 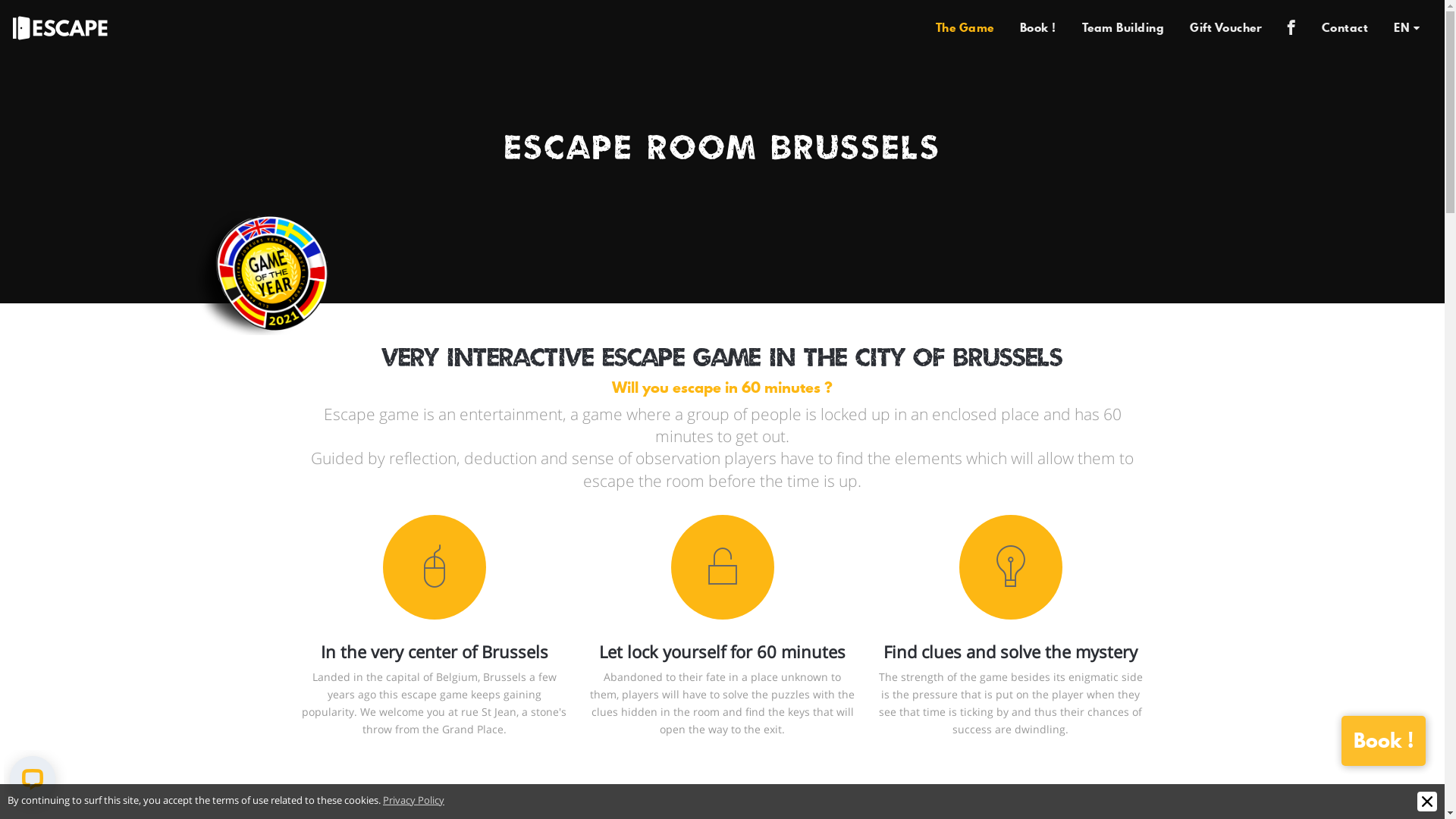 What do you see at coordinates (1225, 27) in the screenshot?
I see `'Gift Voucher'` at bounding box center [1225, 27].